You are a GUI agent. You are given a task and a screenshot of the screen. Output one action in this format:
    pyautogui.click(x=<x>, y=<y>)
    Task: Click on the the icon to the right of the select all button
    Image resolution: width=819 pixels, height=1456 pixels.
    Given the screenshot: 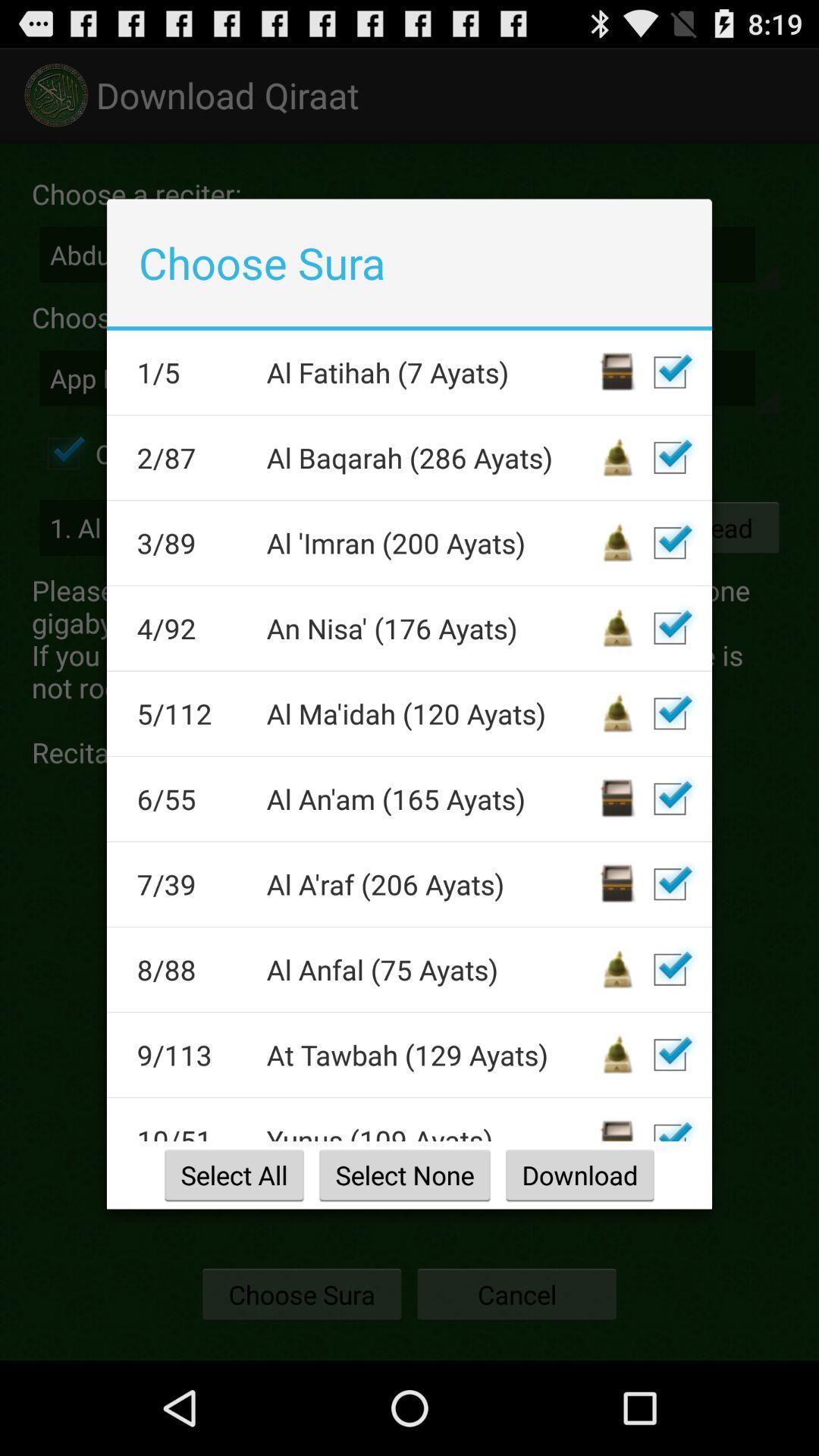 What is the action you would take?
    pyautogui.click(x=403, y=1174)
    